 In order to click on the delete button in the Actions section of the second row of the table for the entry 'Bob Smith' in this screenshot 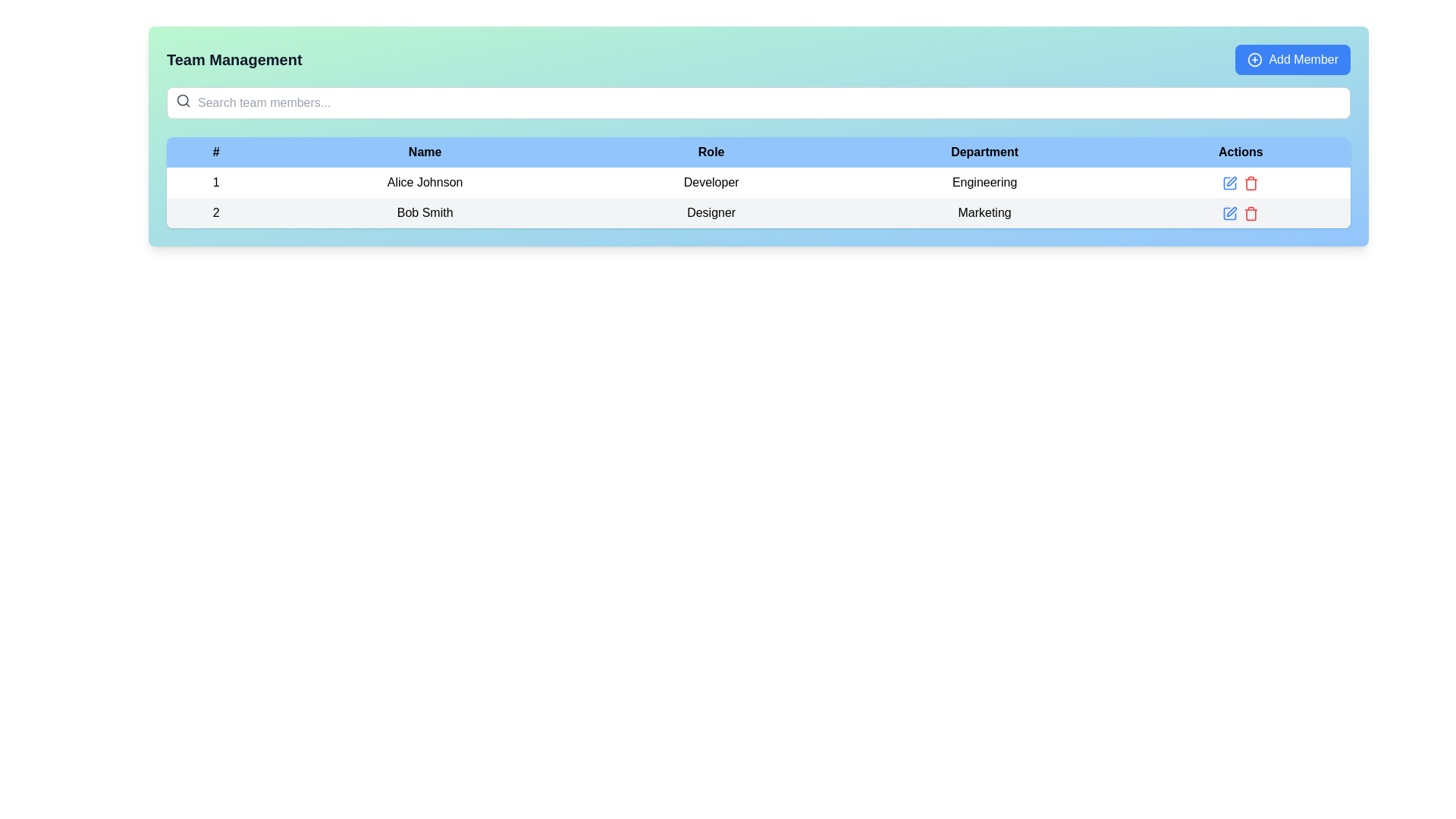, I will do `click(1251, 184)`.